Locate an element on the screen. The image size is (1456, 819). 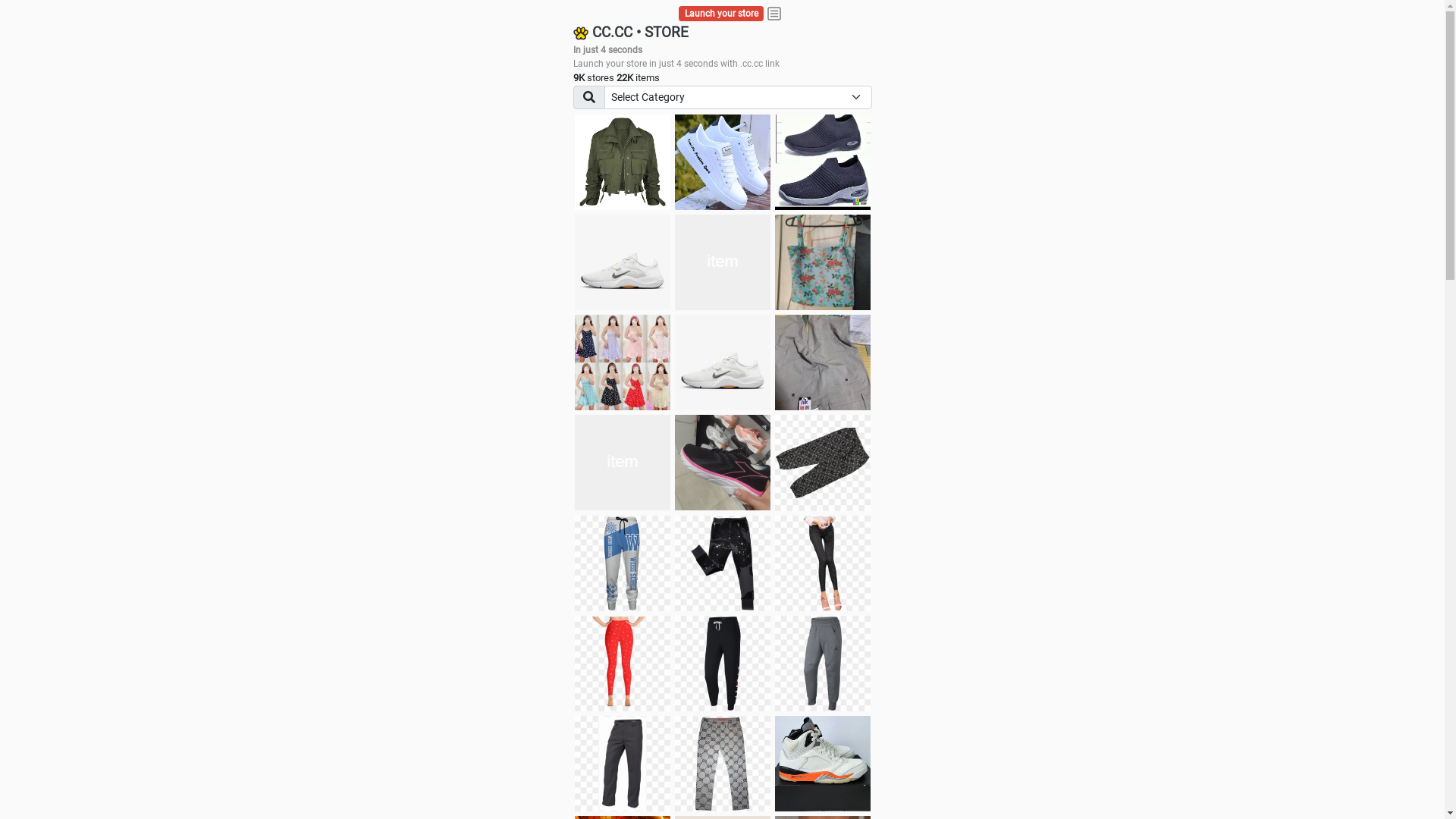
'Ukay cloth' is located at coordinates (821, 262).